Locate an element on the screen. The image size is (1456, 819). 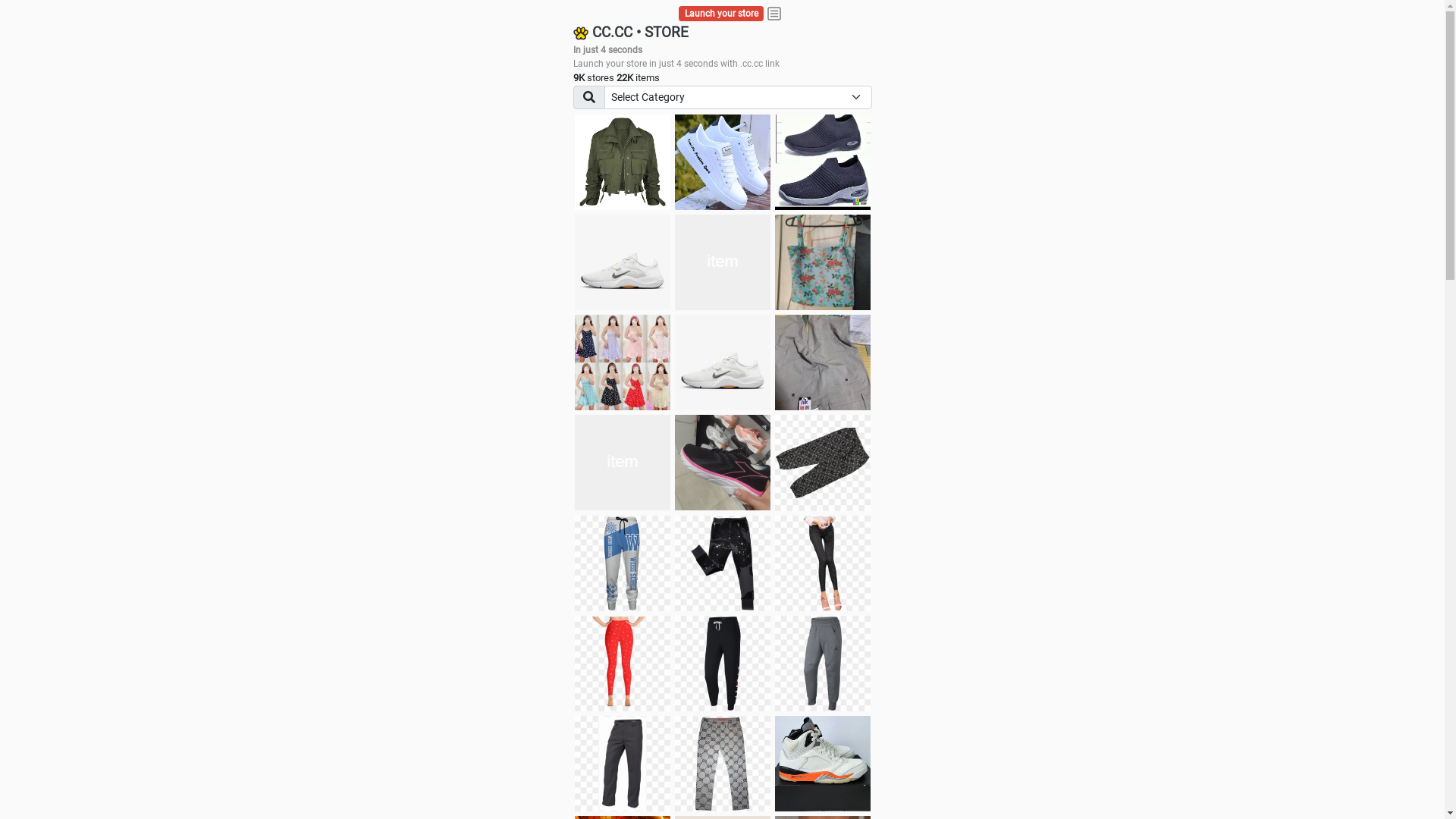
'Ukay cloth' is located at coordinates (821, 262).